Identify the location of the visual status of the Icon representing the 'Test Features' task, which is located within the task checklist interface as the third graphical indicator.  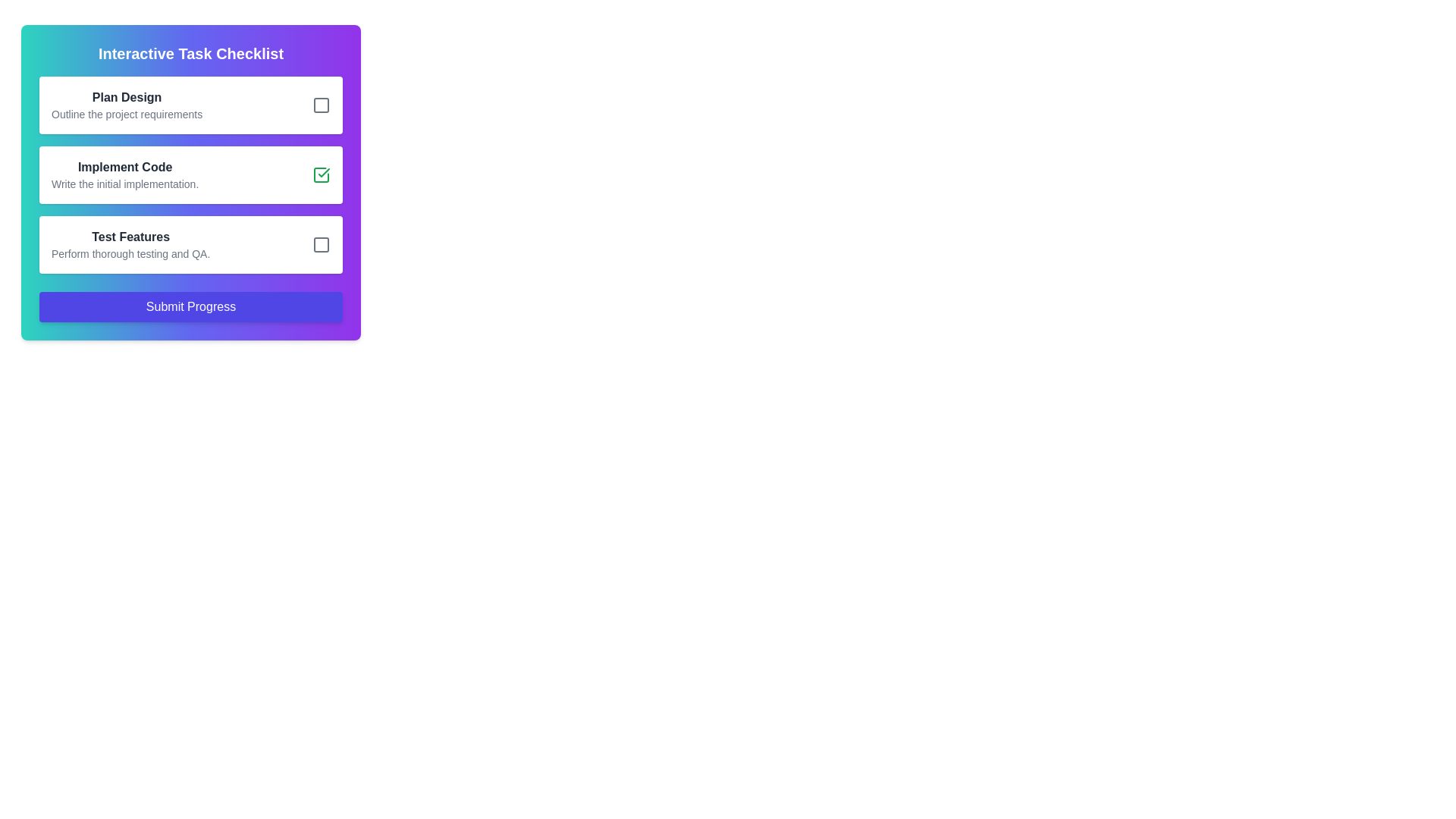
(320, 244).